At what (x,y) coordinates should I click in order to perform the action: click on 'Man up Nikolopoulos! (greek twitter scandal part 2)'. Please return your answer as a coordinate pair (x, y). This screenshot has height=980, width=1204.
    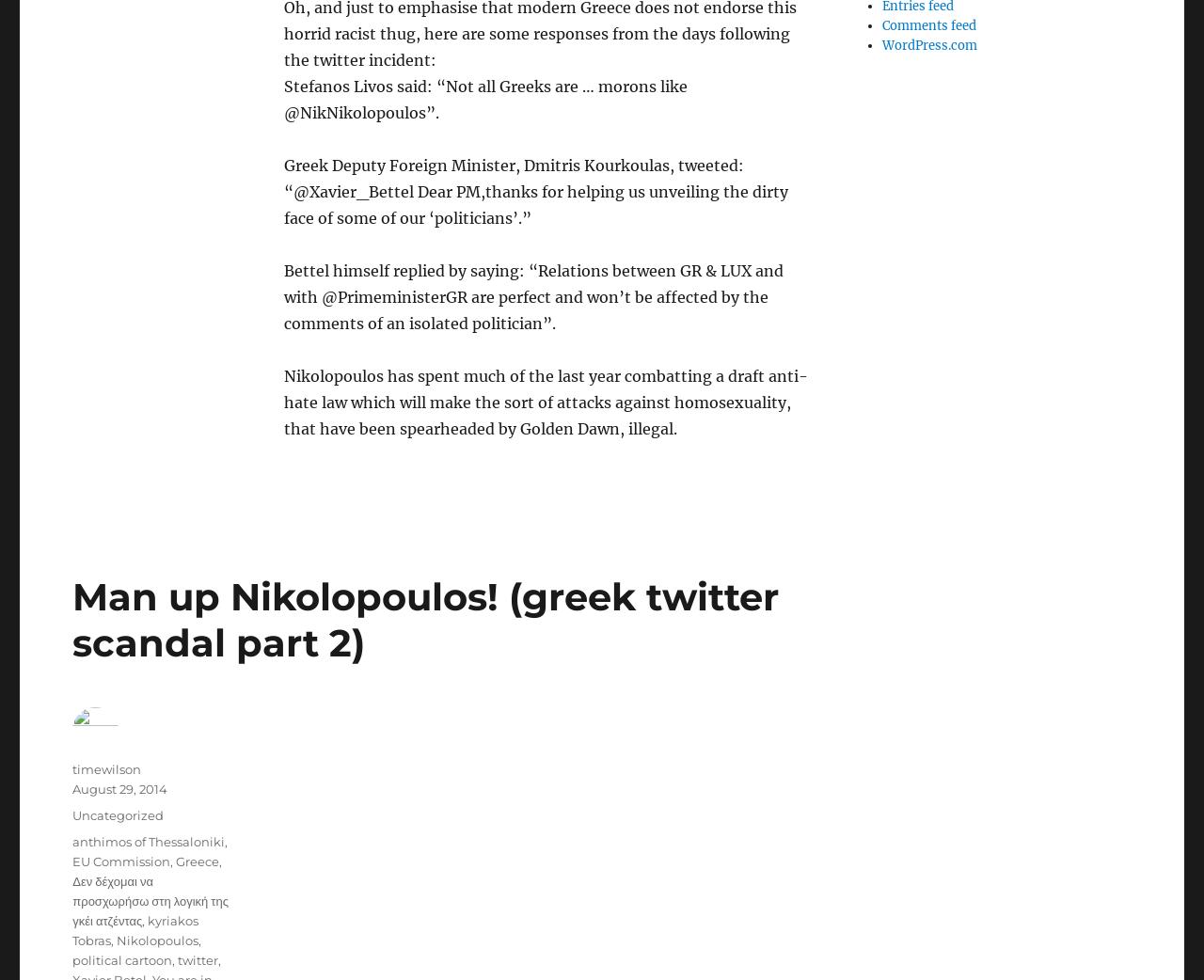
    Looking at the image, I should click on (424, 619).